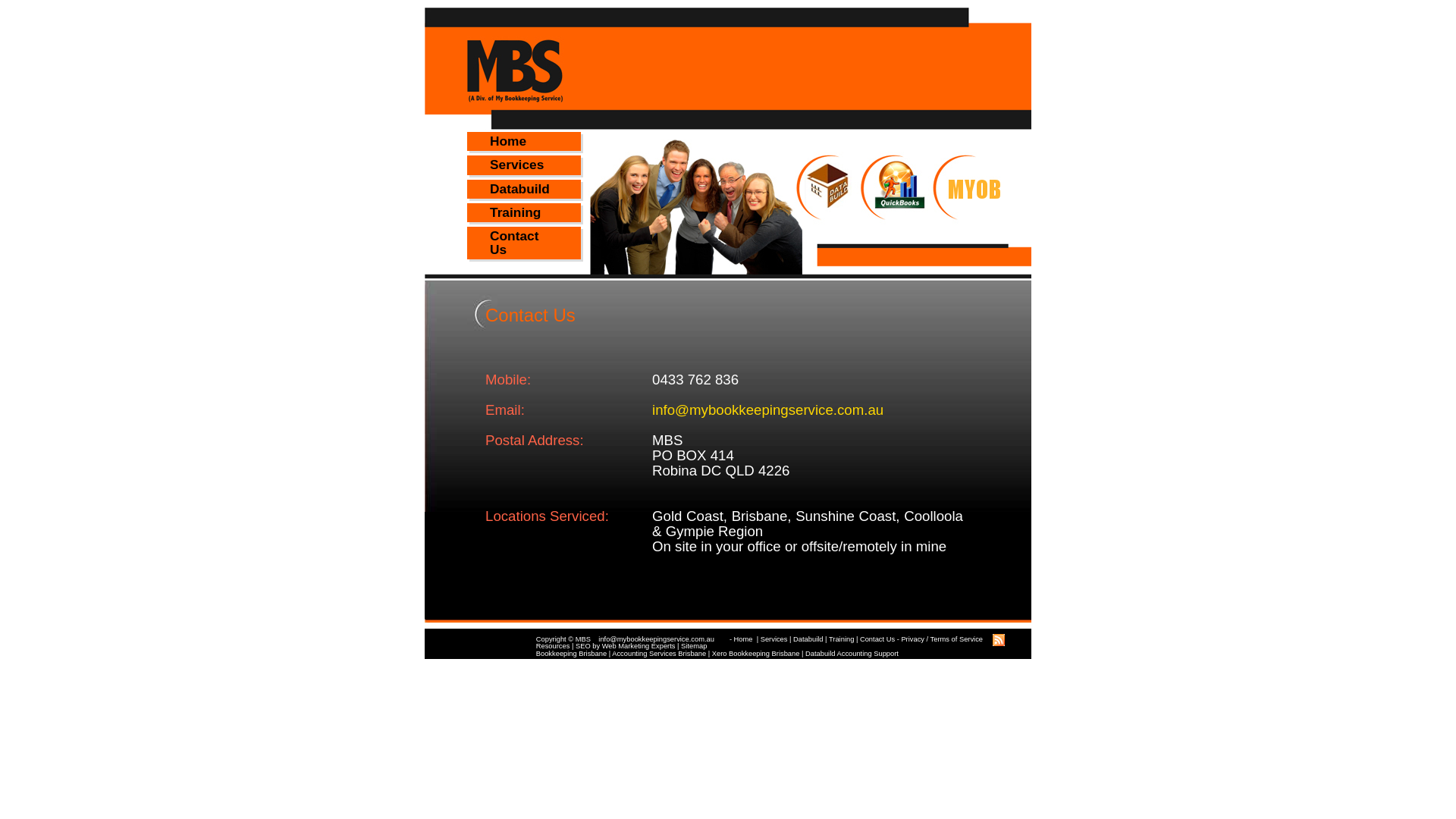 Image resolution: width=1456 pixels, height=819 pixels. What do you see at coordinates (840, 639) in the screenshot?
I see `'Training'` at bounding box center [840, 639].